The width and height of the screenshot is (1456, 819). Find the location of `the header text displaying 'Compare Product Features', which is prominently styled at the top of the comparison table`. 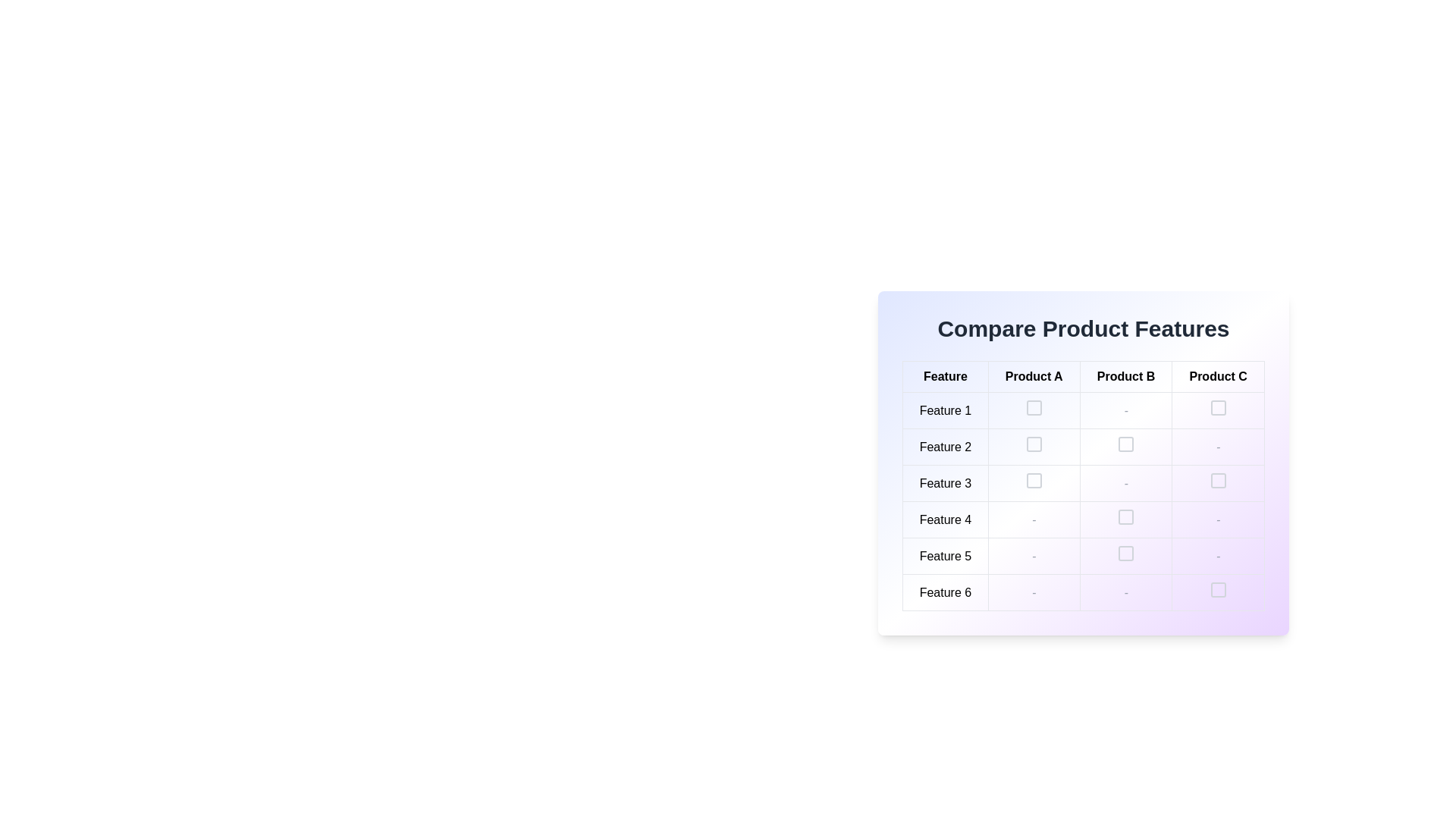

the header text displaying 'Compare Product Features', which is prominently styled at the top of the comparison table is located at coordinates (1083, 328).